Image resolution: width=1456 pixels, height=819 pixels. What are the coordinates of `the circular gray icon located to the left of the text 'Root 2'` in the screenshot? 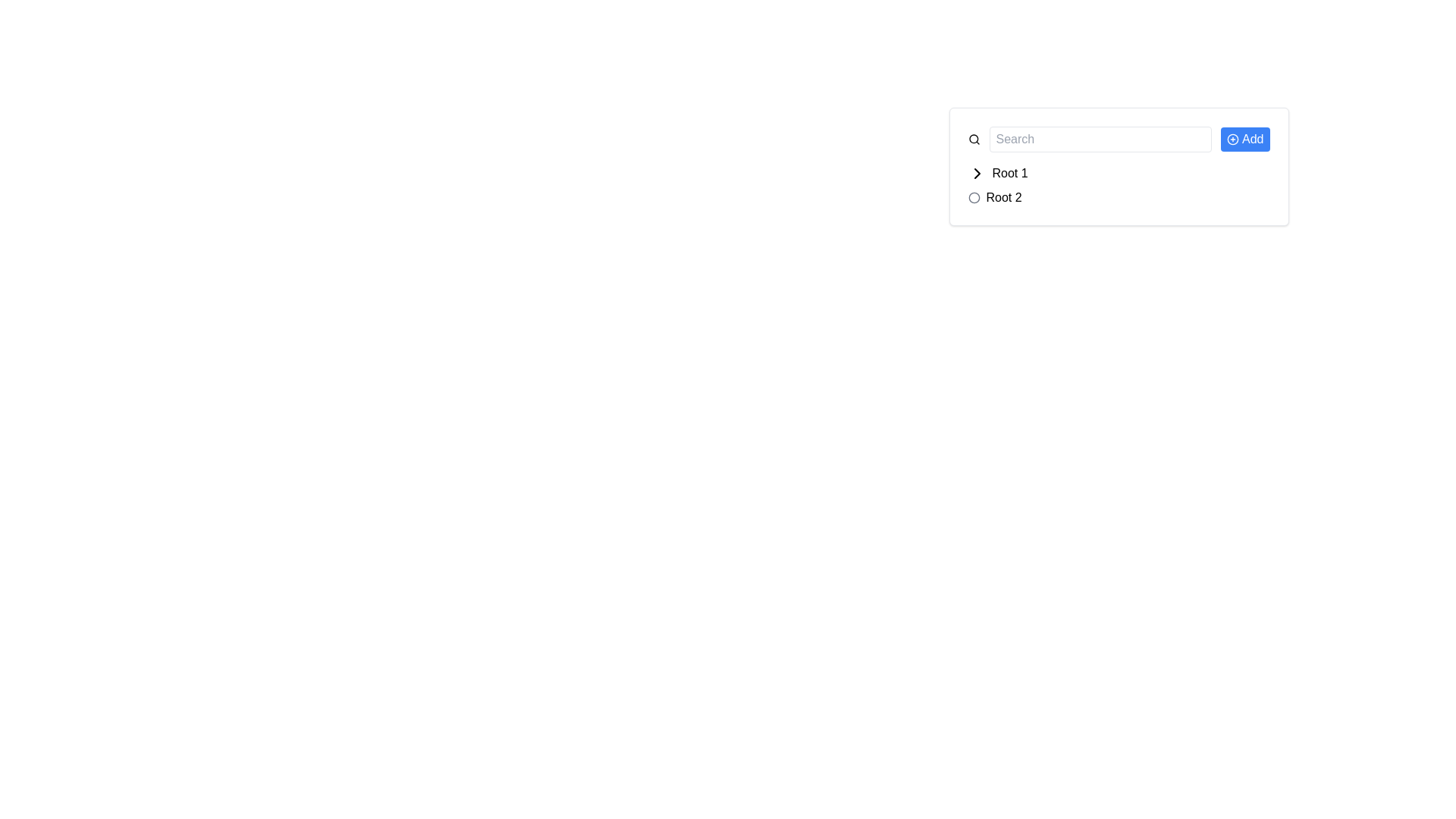 It's located at (974, 197).